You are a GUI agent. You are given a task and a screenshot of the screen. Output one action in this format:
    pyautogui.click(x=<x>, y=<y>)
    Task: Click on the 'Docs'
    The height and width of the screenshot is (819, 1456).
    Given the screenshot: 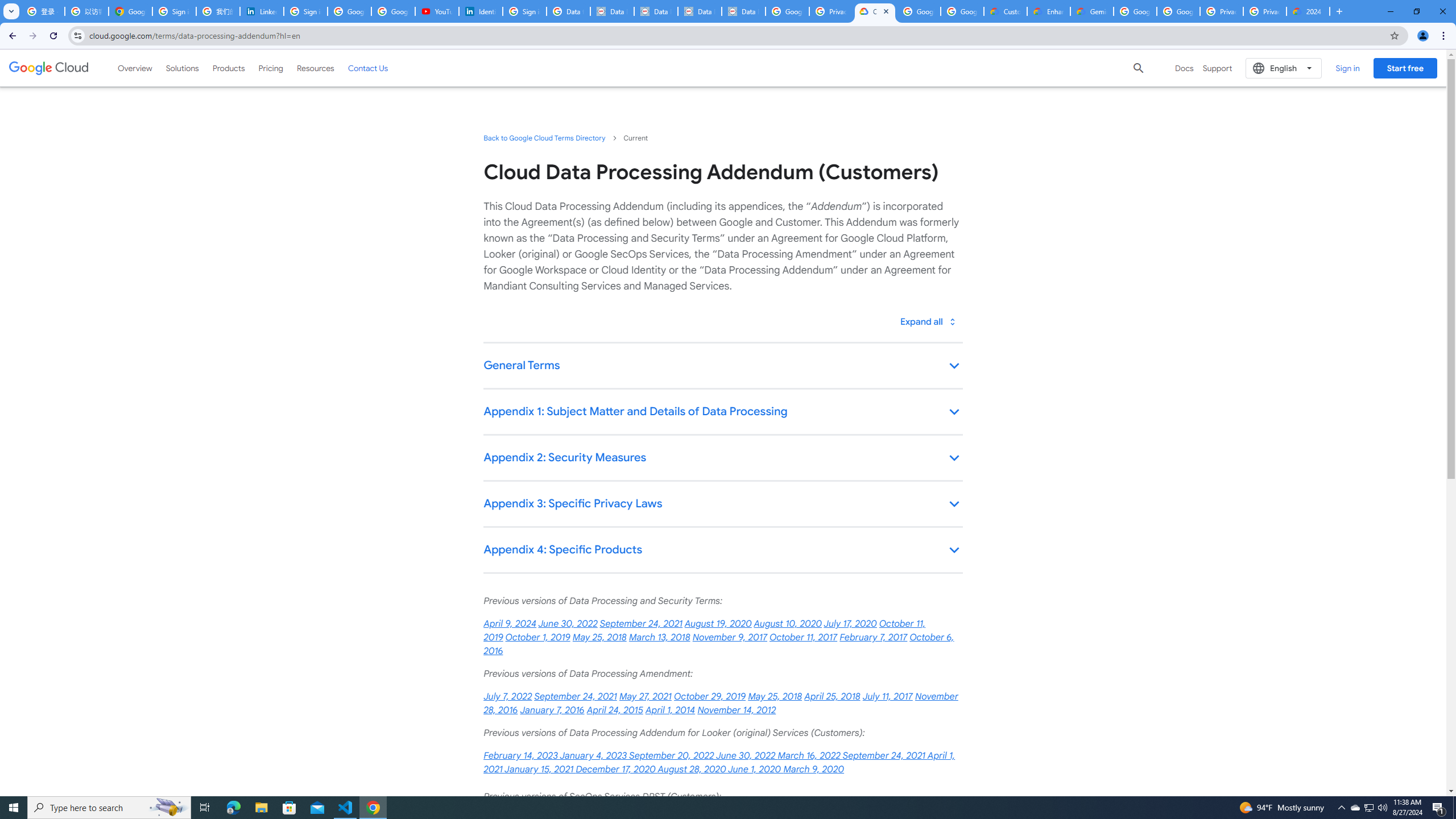 What is the action you would take?
    pyautogui.click(x=1184, y=67)
    